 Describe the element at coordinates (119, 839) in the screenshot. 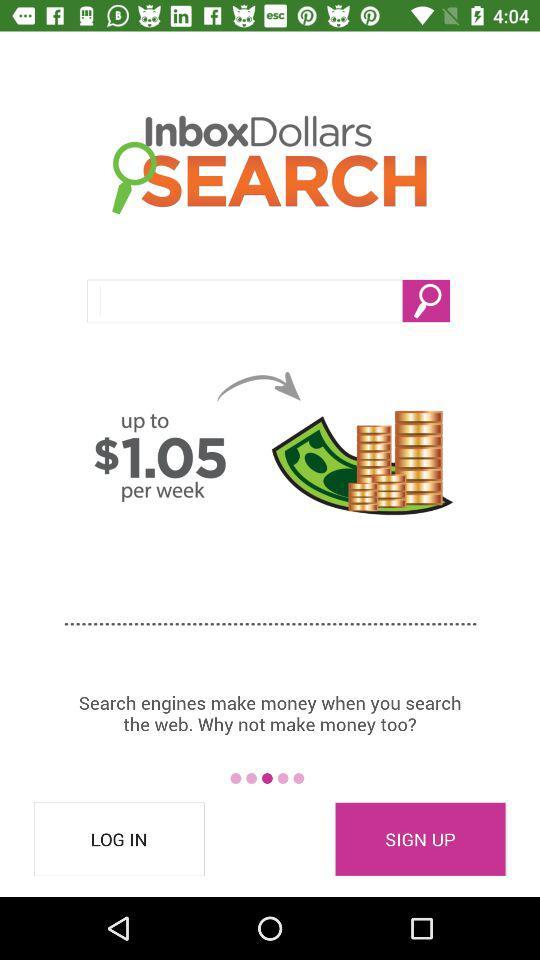

I see `item to the left of sign up item` at that location.